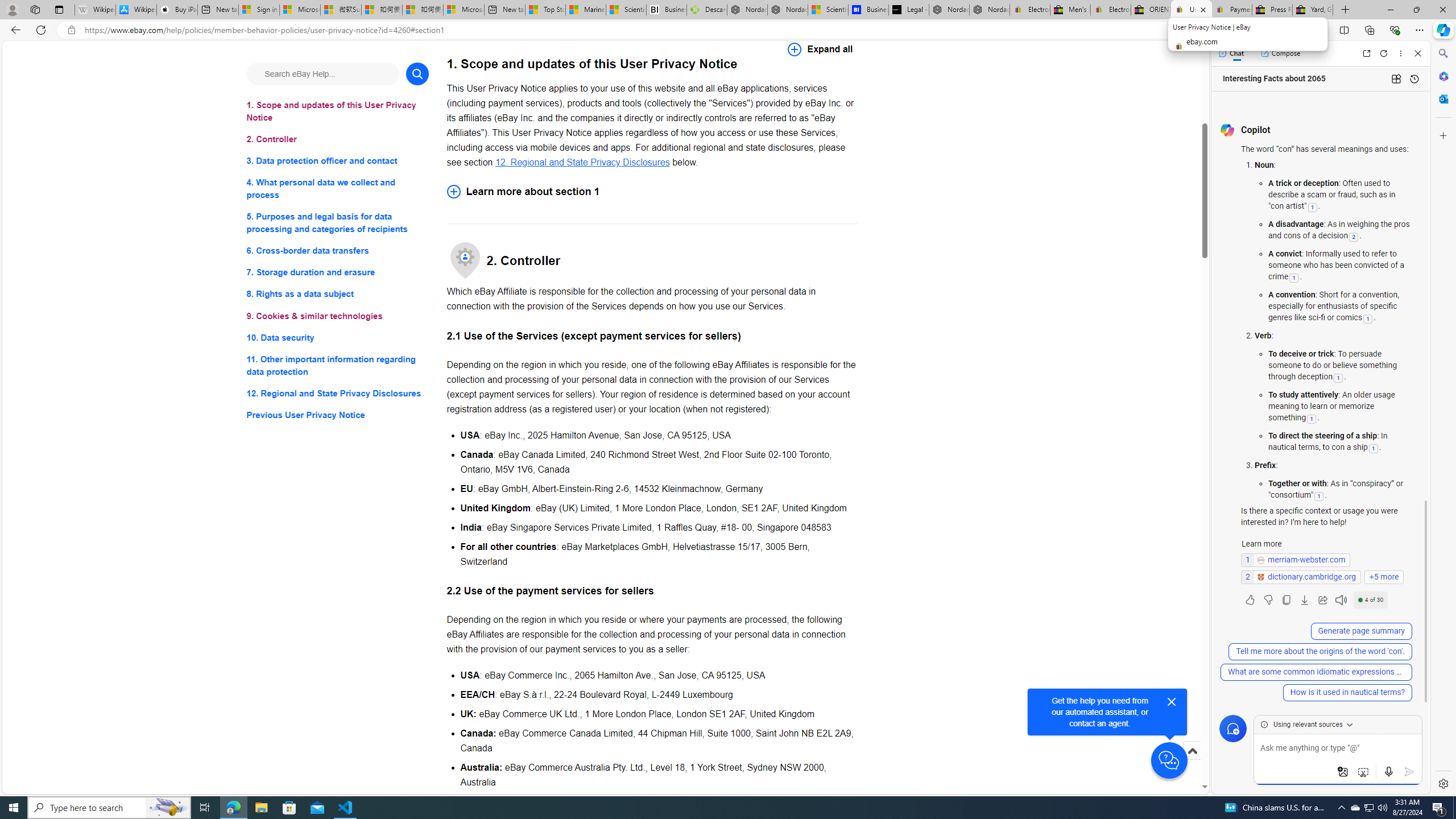 The image size is (1456, 819). What do you see at coordinates (1192, 762) in the screenshot?
I see `'Scroll to top'` at bounding box center [1192, 762].